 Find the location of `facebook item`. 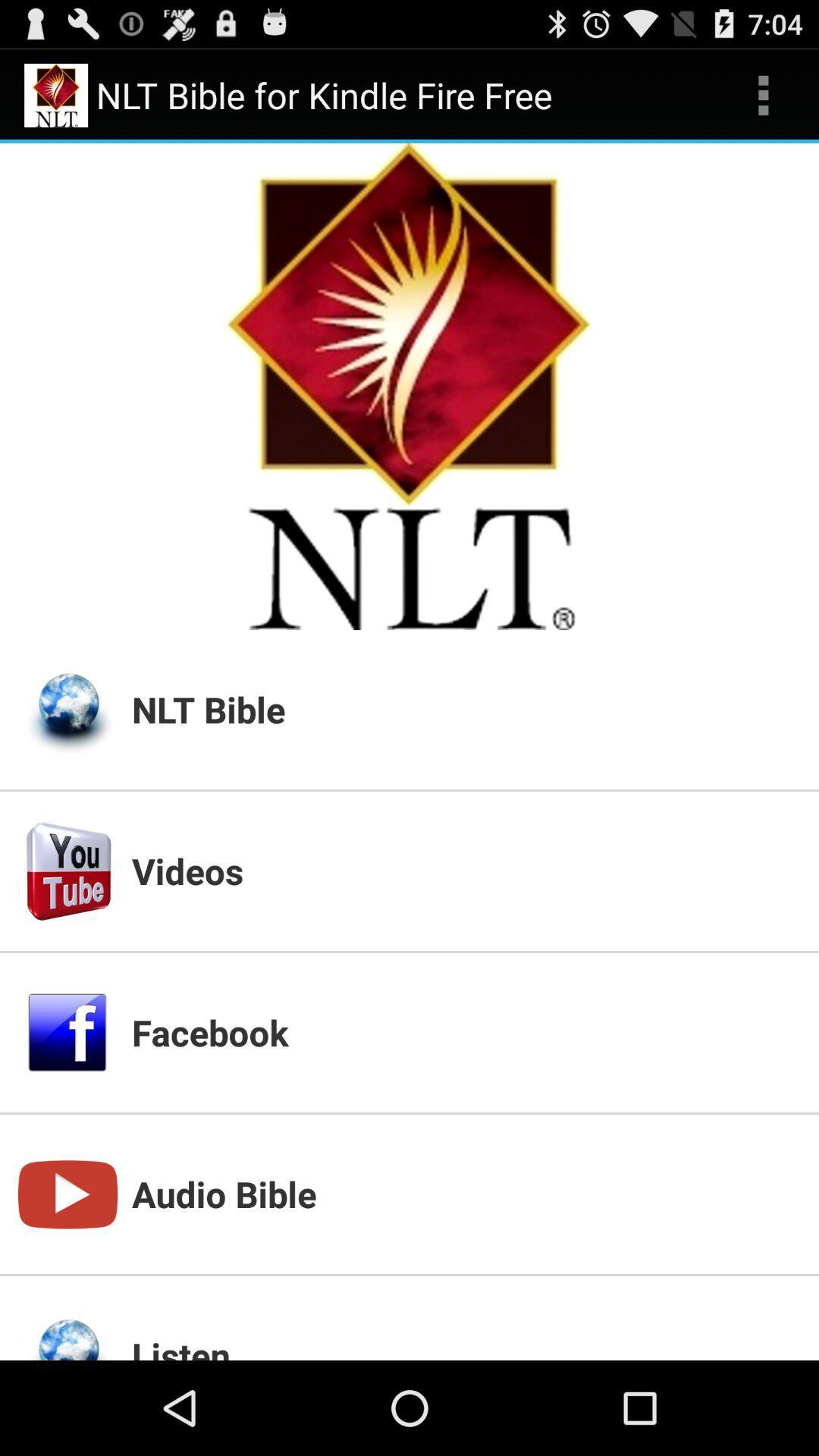

facebook item is located at coordinates (465, 1031).